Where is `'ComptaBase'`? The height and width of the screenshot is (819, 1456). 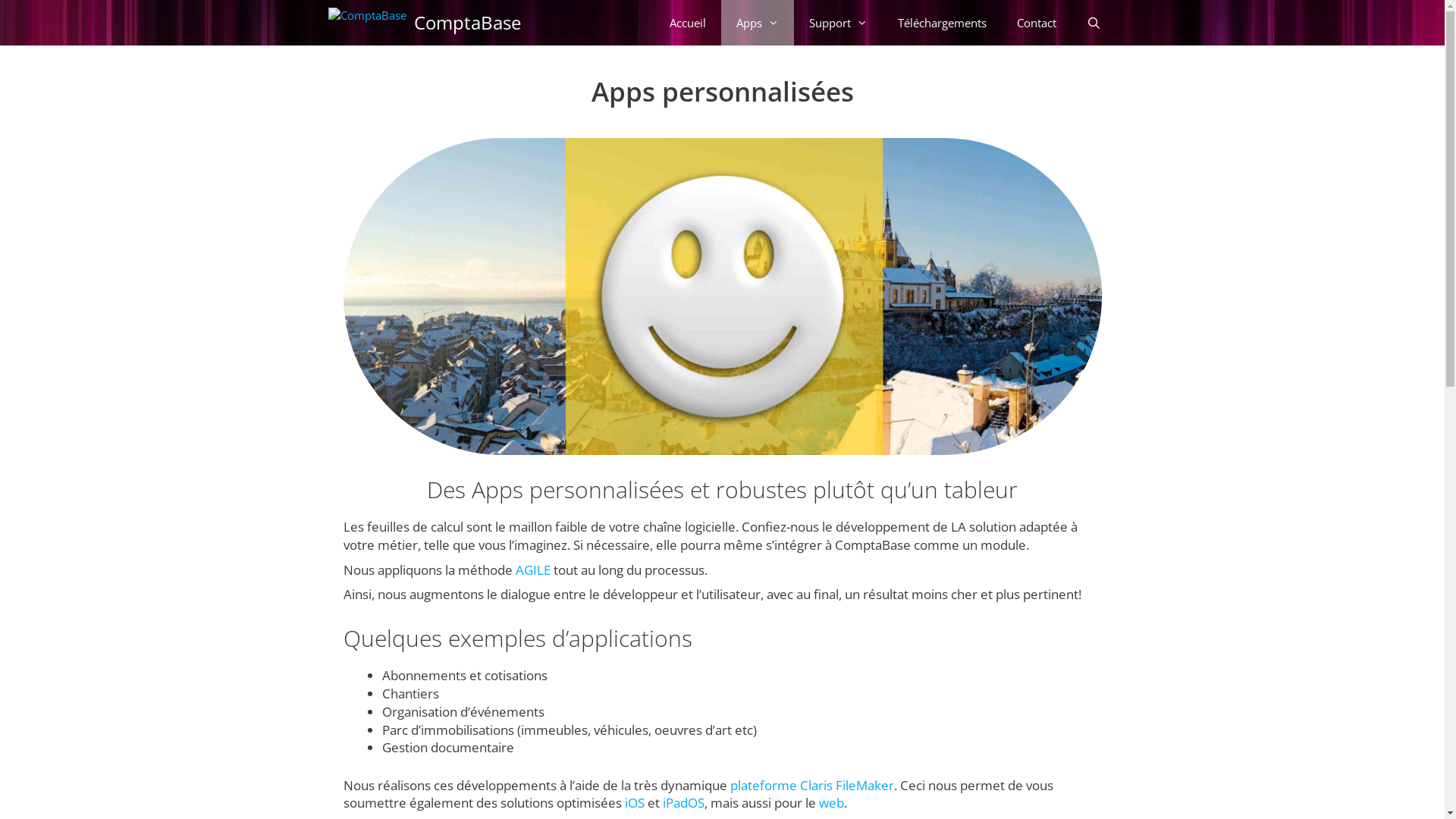
'ComptaBase' is located at coordinates (370, 23).